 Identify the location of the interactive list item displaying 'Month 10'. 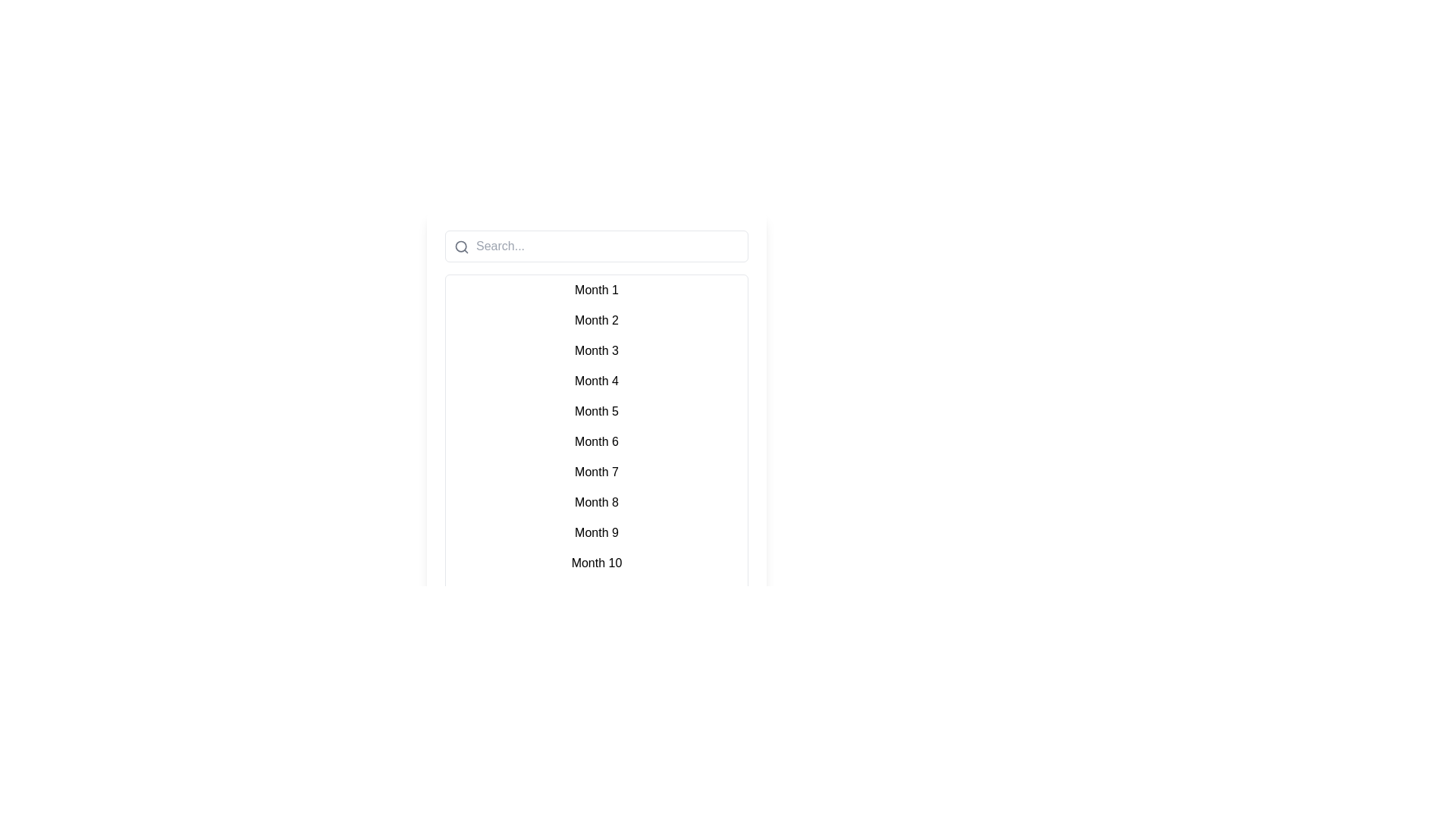
(596, 563).